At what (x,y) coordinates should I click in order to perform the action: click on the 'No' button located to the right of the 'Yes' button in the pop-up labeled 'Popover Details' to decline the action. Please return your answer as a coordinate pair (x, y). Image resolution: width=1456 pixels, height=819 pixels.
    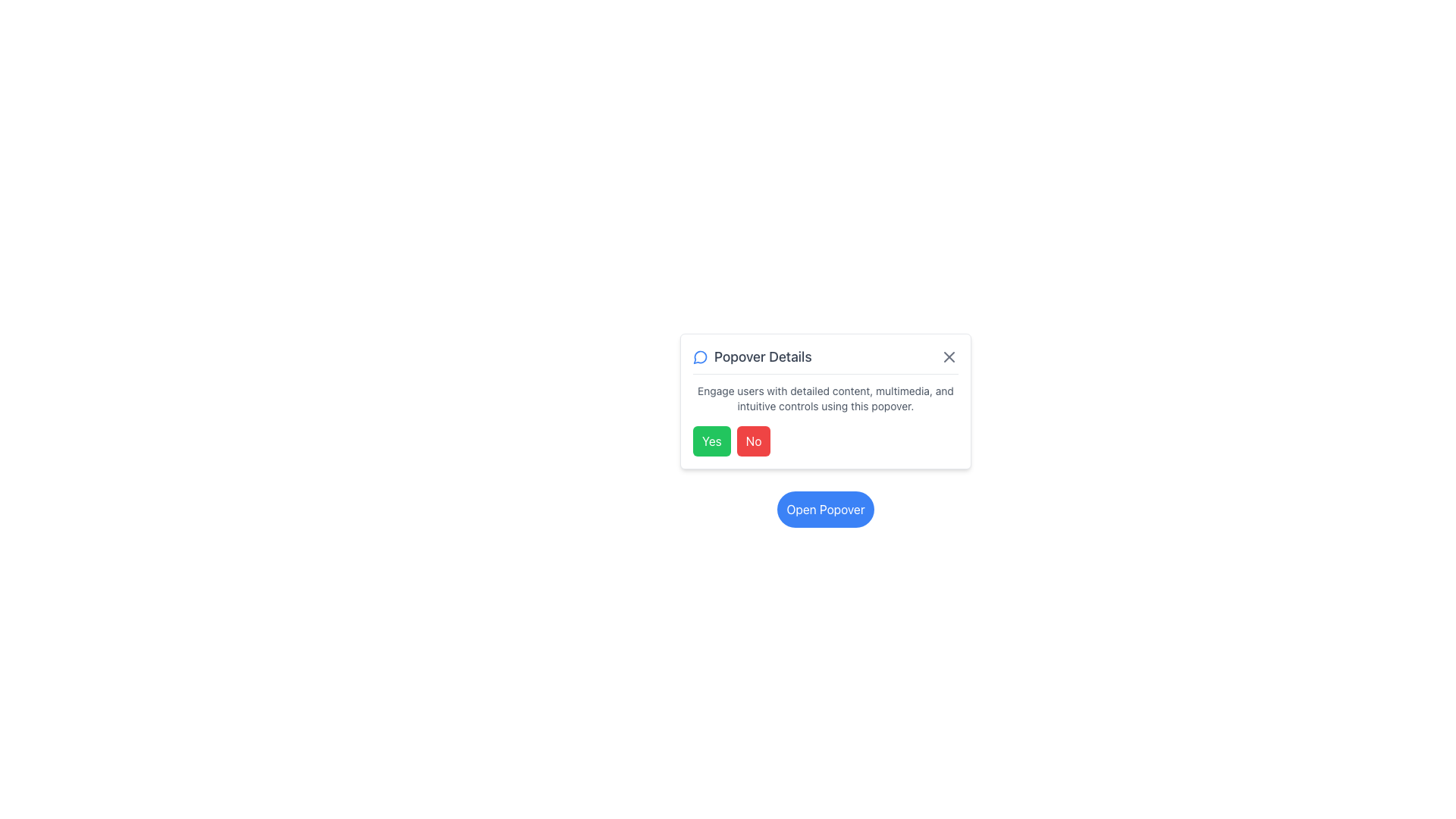
    Looking at the image, I should click on (753, 441).